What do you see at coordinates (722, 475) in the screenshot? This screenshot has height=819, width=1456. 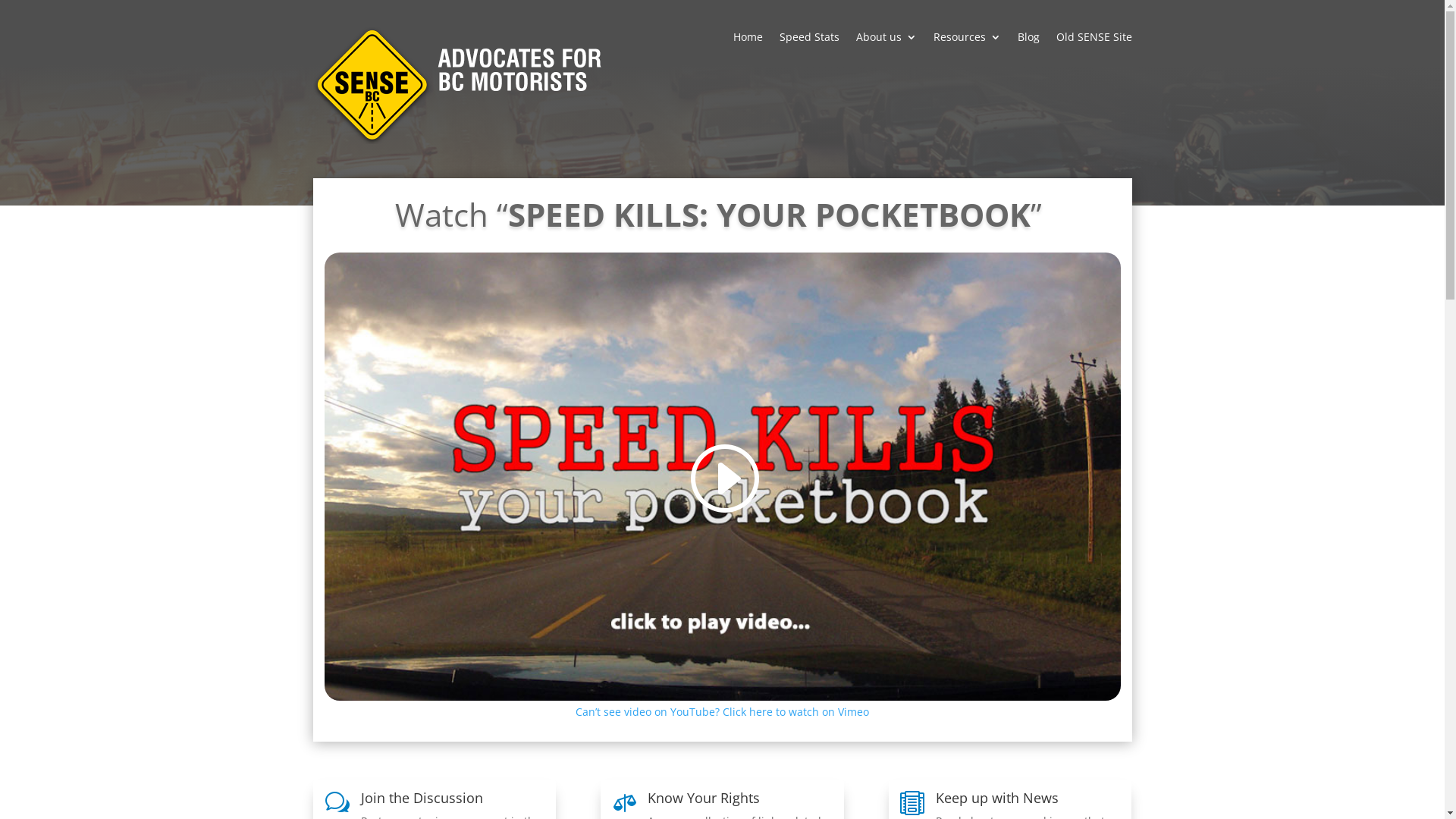 I see `'Speed Kills Your Pocketbook'` at bounding box center [722, 475].